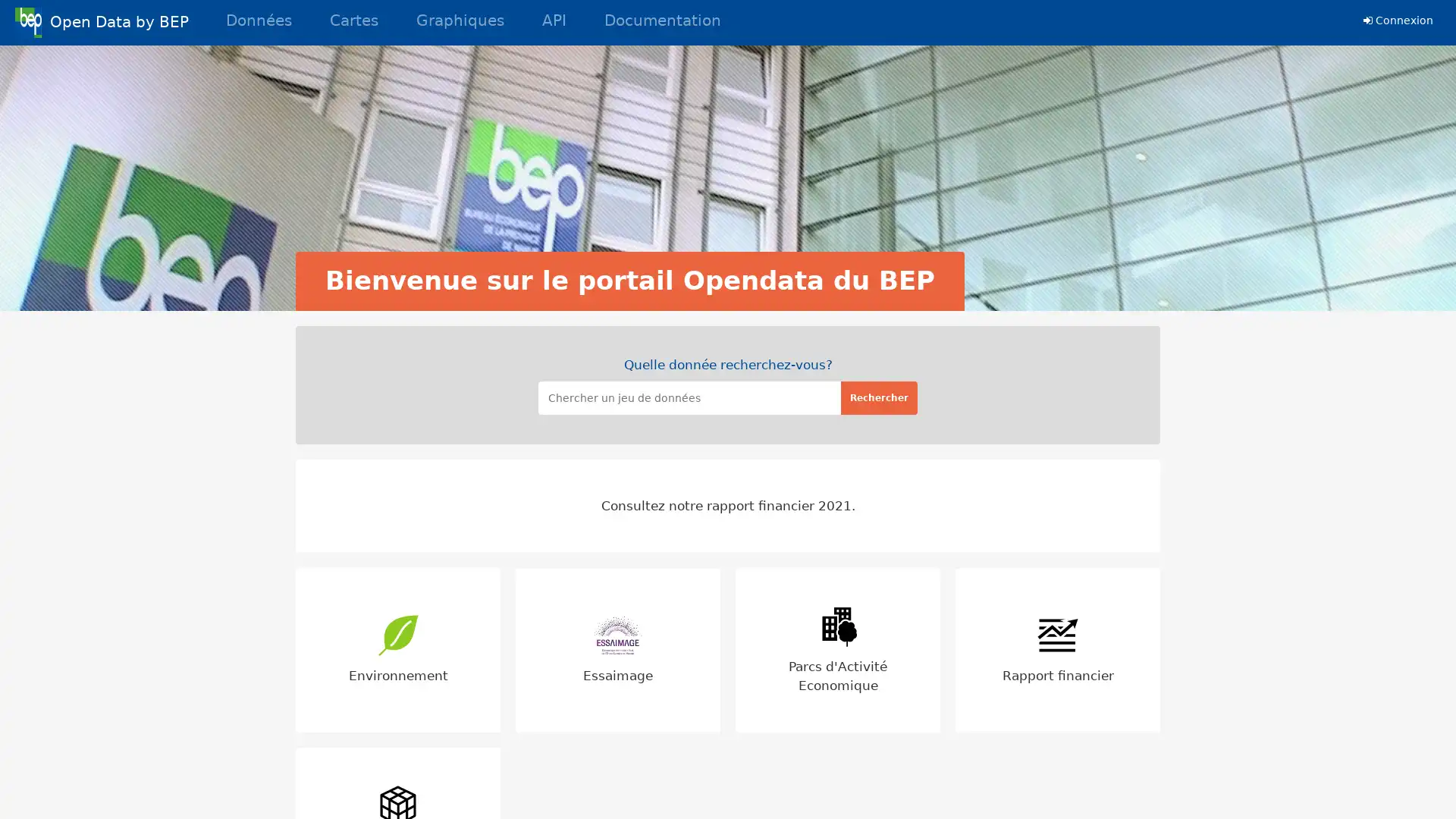  I want to click on Rechercher, so click(879, 397).